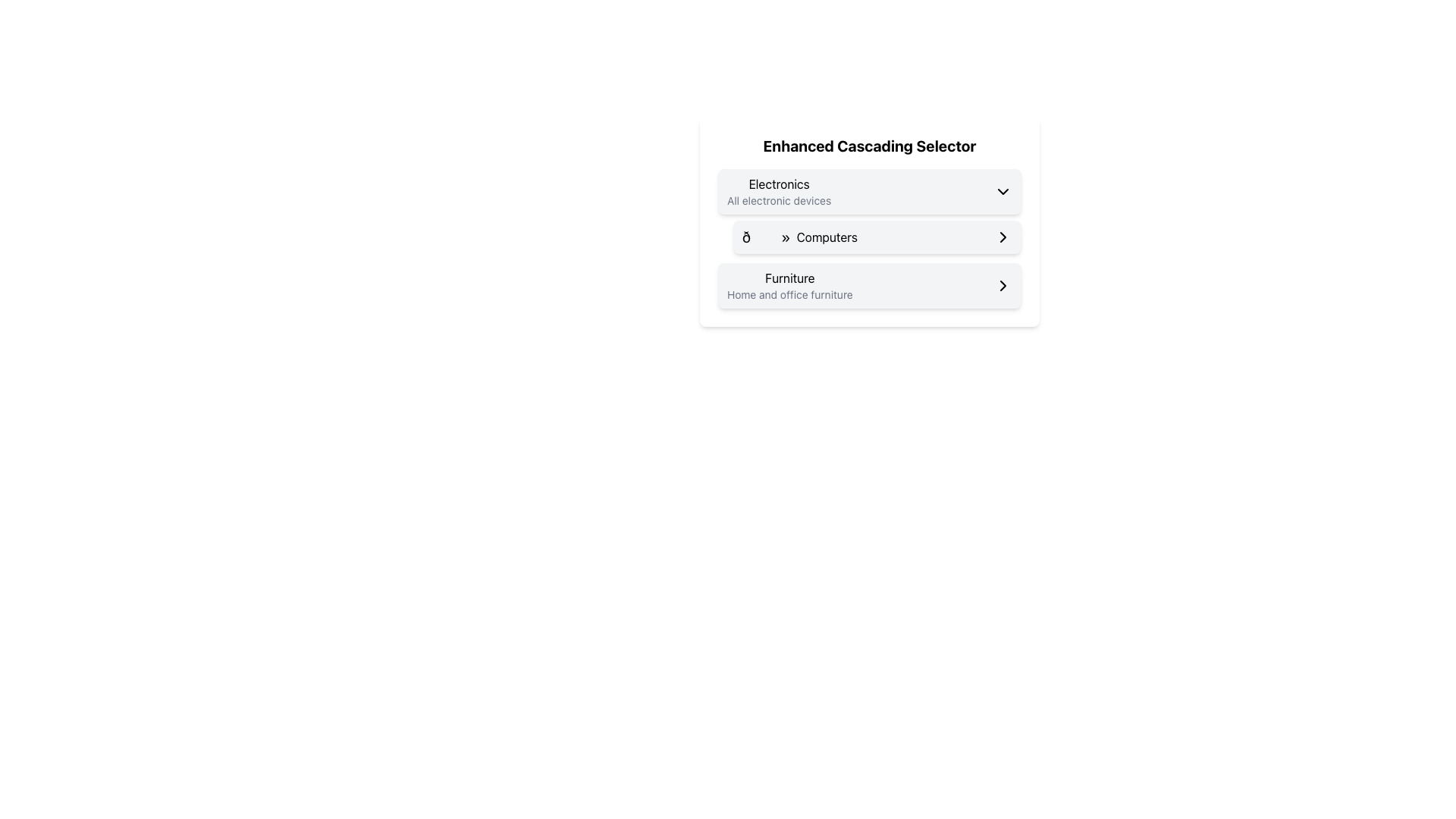  Describe the element at coordinates (870, 239) in the screenshot. I see `the second item in the vertical list of the 'Enhanced Cascading Selector'` at that location.